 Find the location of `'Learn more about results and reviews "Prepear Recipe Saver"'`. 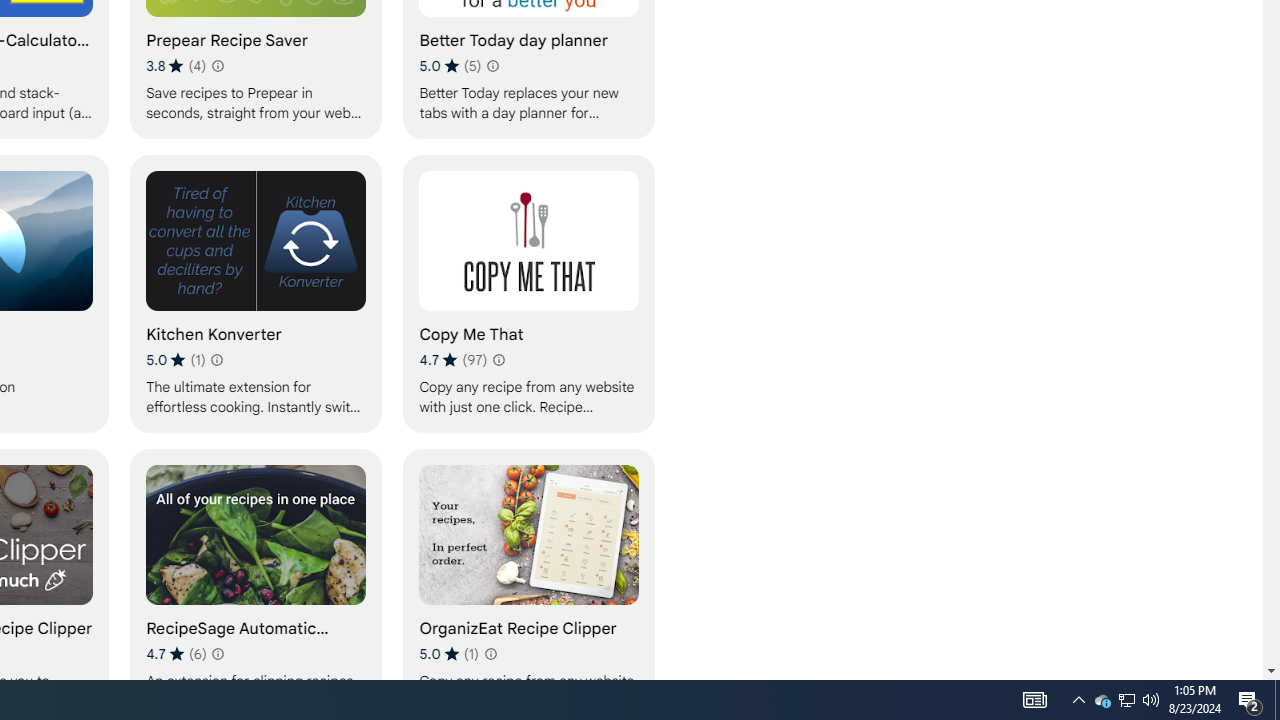

'Learn more about results and reviews "Prepear Recipe Saver"' is located at coordinates (216, 64).